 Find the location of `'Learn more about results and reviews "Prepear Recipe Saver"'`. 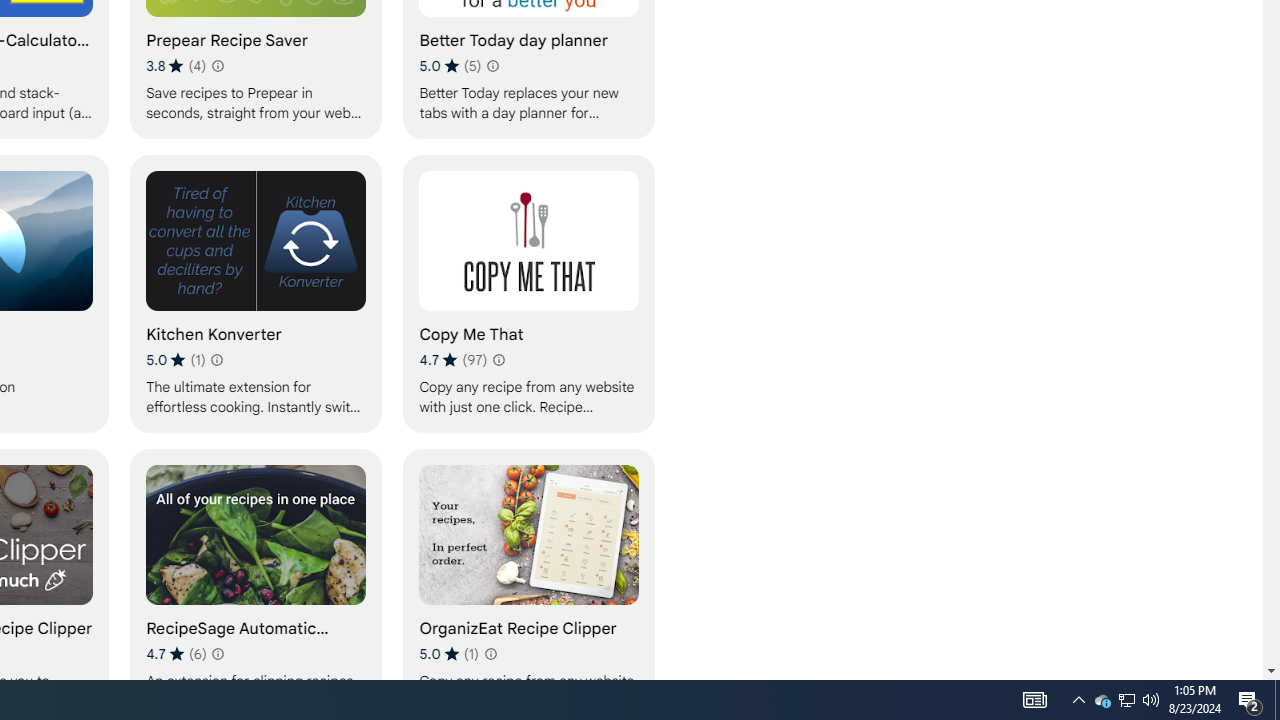

'Learn more about results and reviews "Prepear Recipe Saver"' is located at coordinates (216, 64).